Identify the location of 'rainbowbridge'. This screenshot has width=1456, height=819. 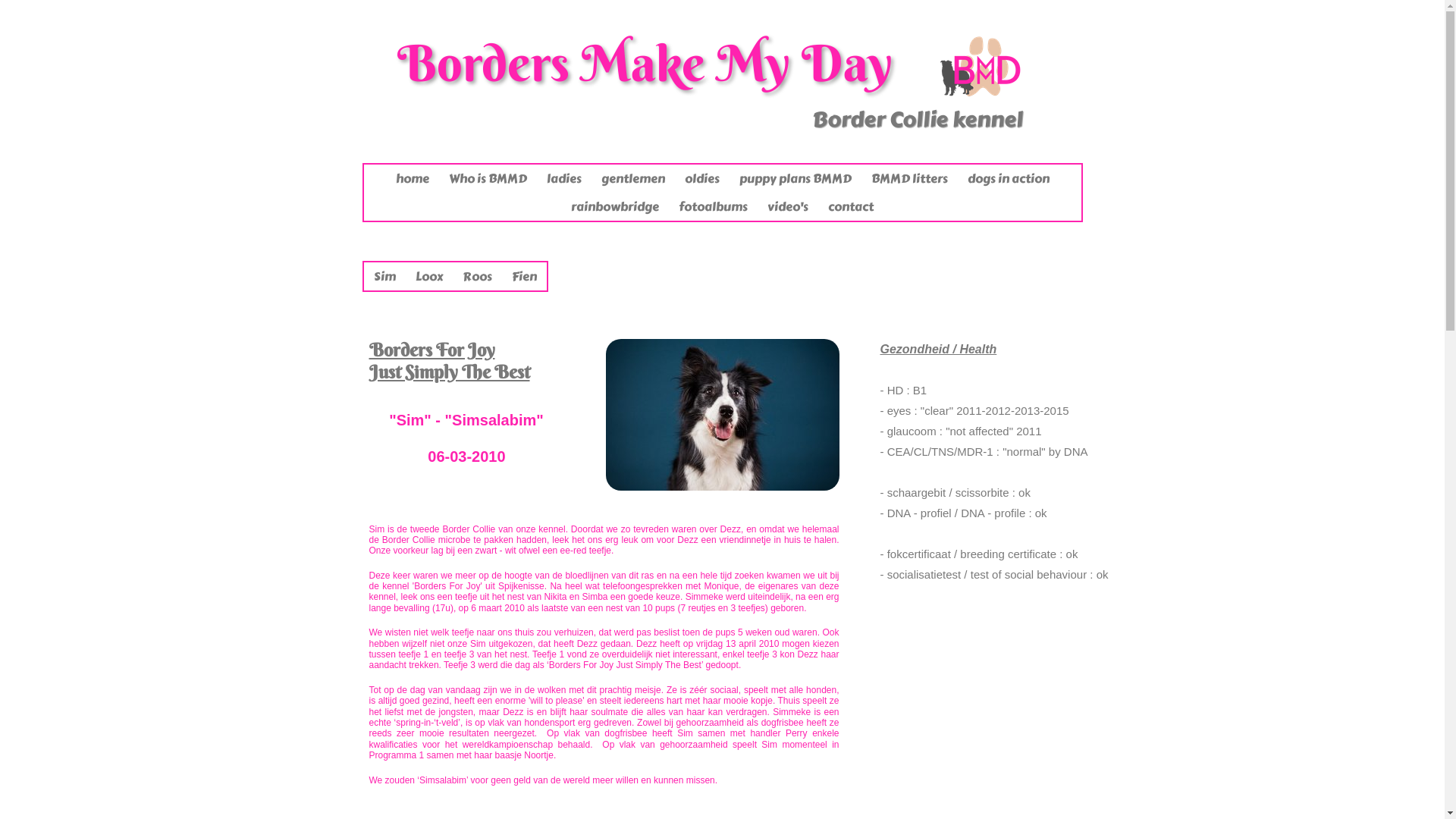
(615, 206).